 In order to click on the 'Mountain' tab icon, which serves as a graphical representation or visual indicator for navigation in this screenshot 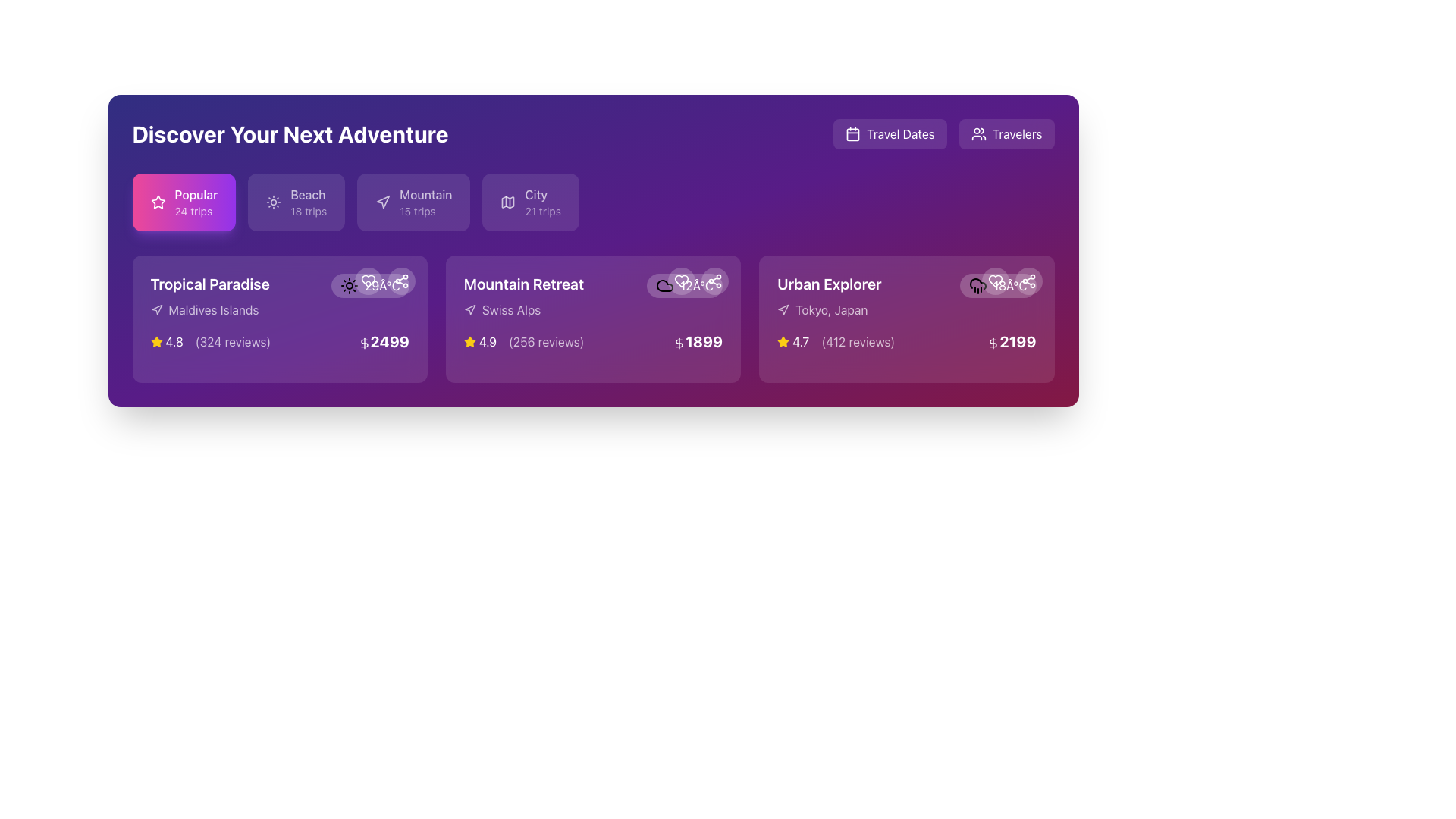, I will do `click(383, 201)`.